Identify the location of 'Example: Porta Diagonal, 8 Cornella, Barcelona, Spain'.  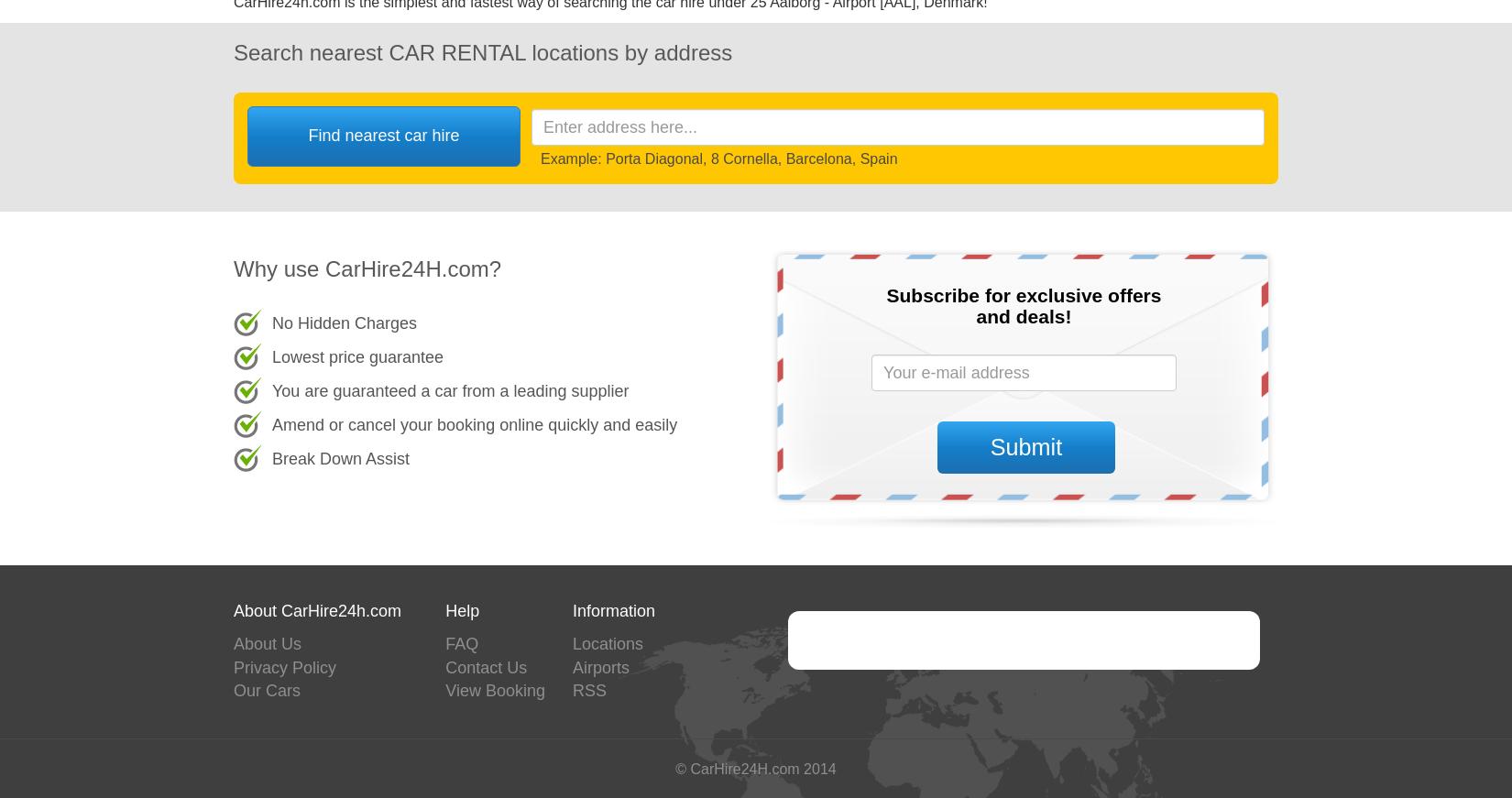
(540, 159).